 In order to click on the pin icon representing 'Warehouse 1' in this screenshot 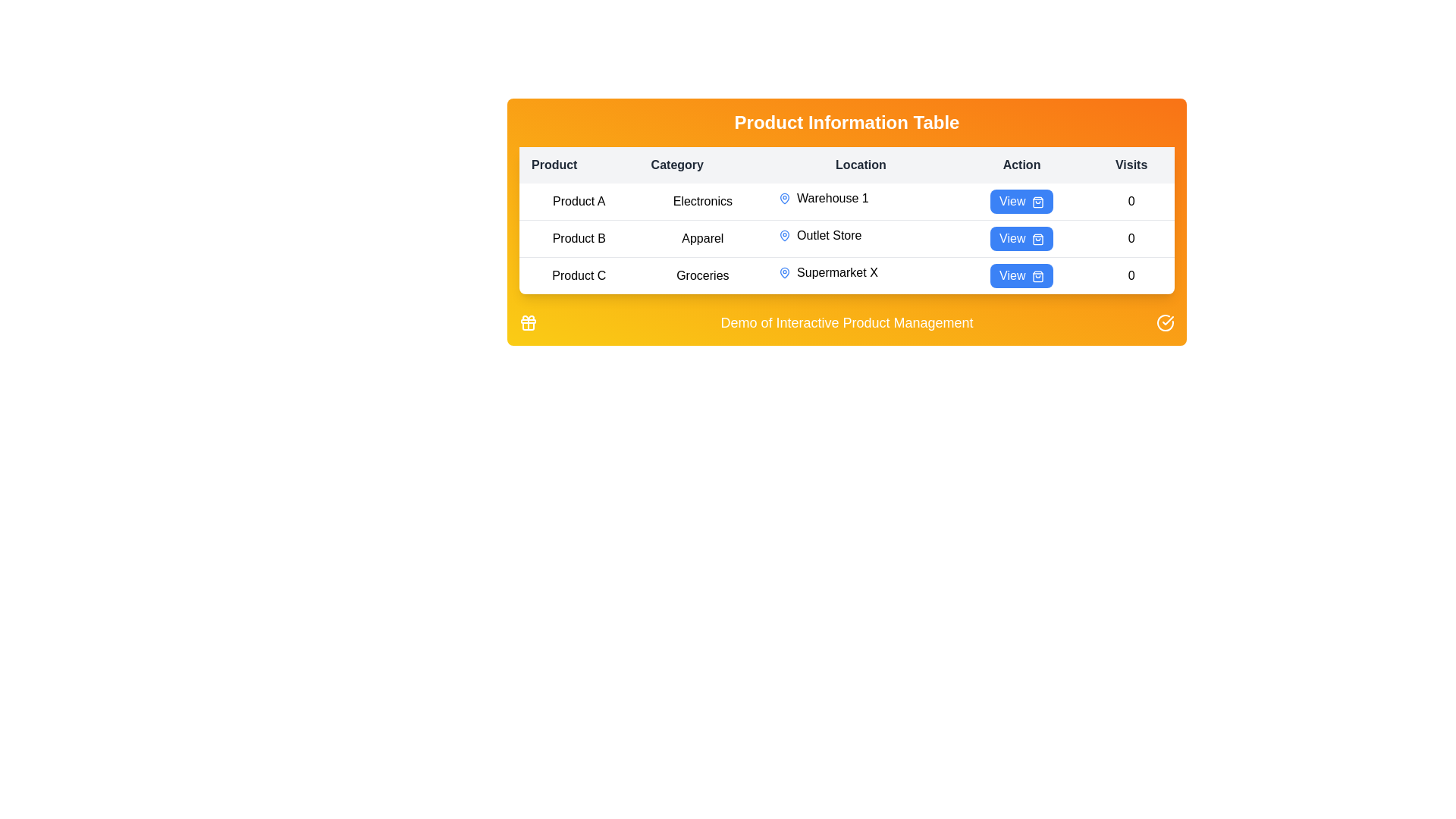, I will do `click(785, 198)`.